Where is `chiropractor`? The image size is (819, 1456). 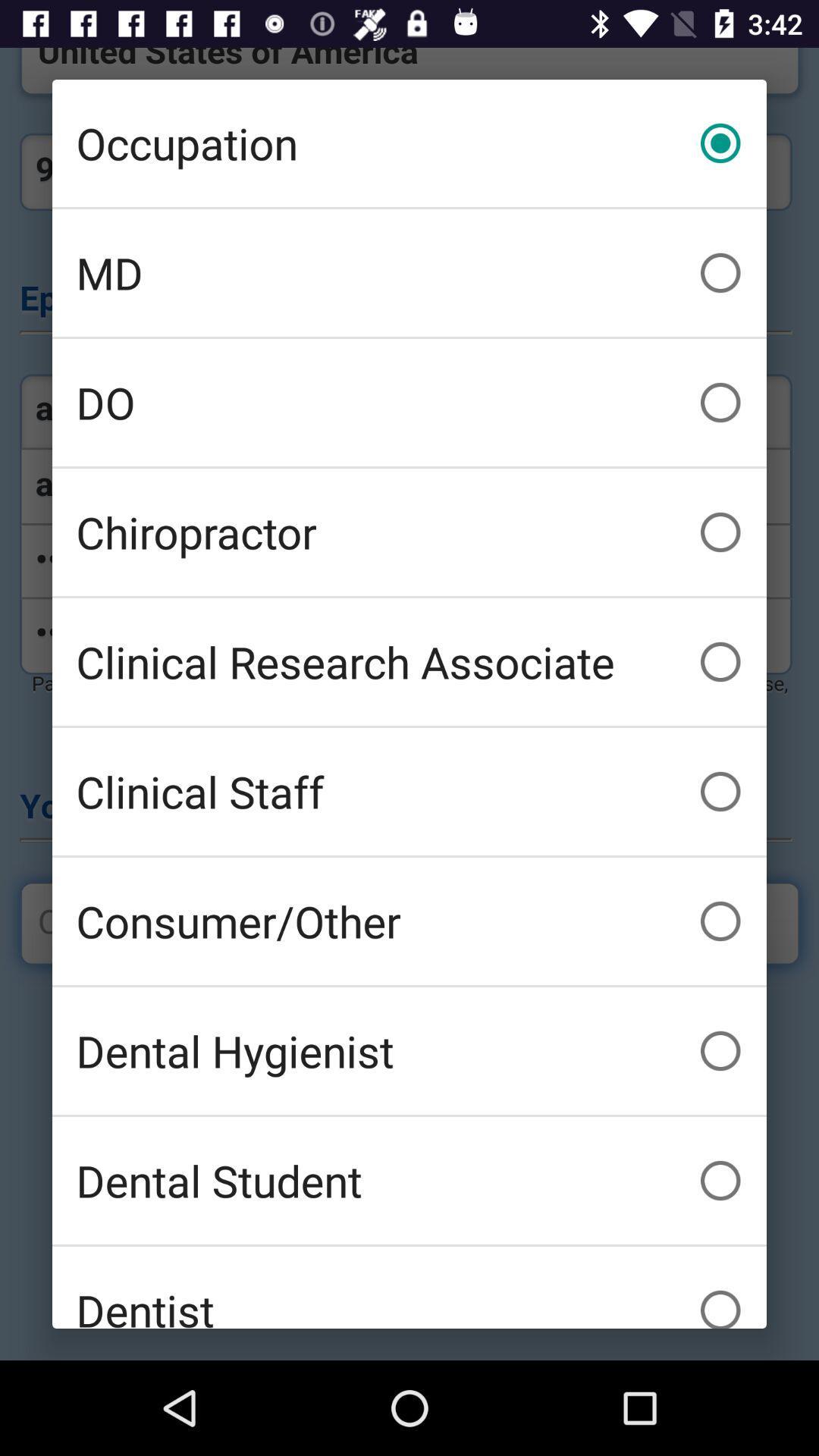 chiropractor is located at coordinates (409, 532).